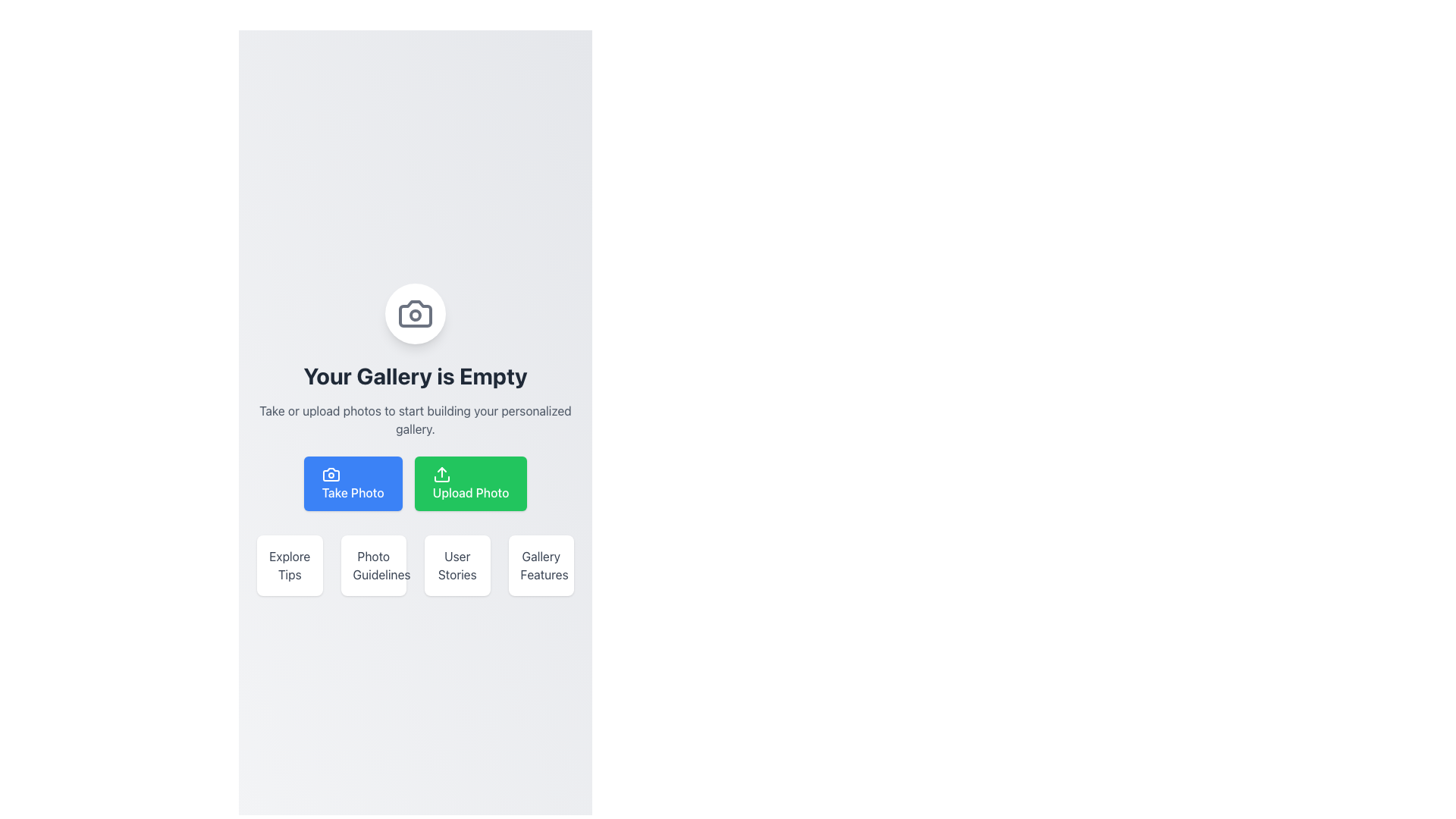 This screenshot has height=819, width=1456. Describe the element at coordinates (415, 420) in the screenshot. I see `the text label that prompts the user to upload or take photos, located between the 'Your Gallery is Empty' text and the 'Take Photo' and 'Upload Photo' buttons` at that location.